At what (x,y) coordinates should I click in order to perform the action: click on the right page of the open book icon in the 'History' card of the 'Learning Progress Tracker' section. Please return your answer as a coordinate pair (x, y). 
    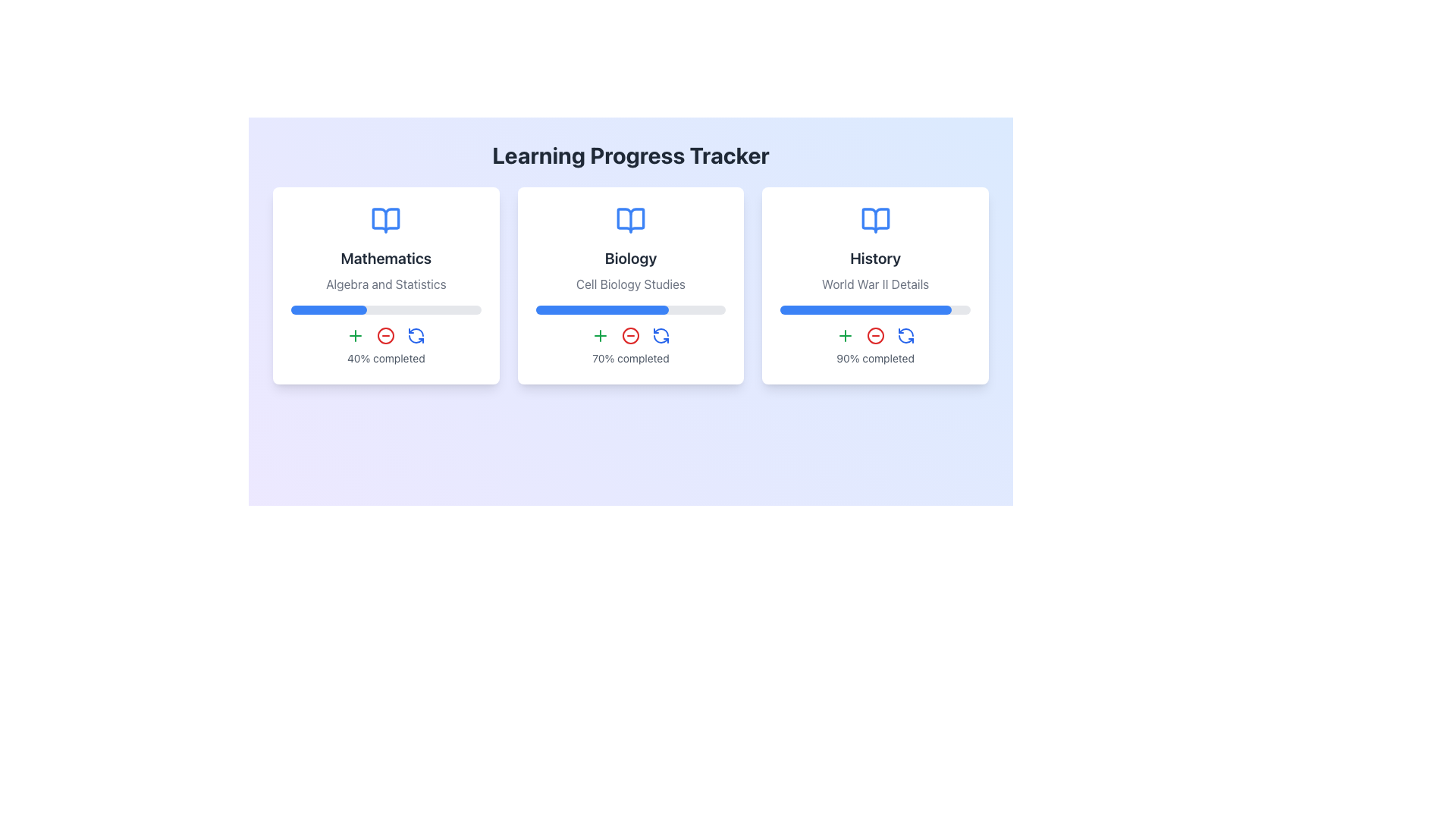
    Looking at the image, I should click on (875, 220).